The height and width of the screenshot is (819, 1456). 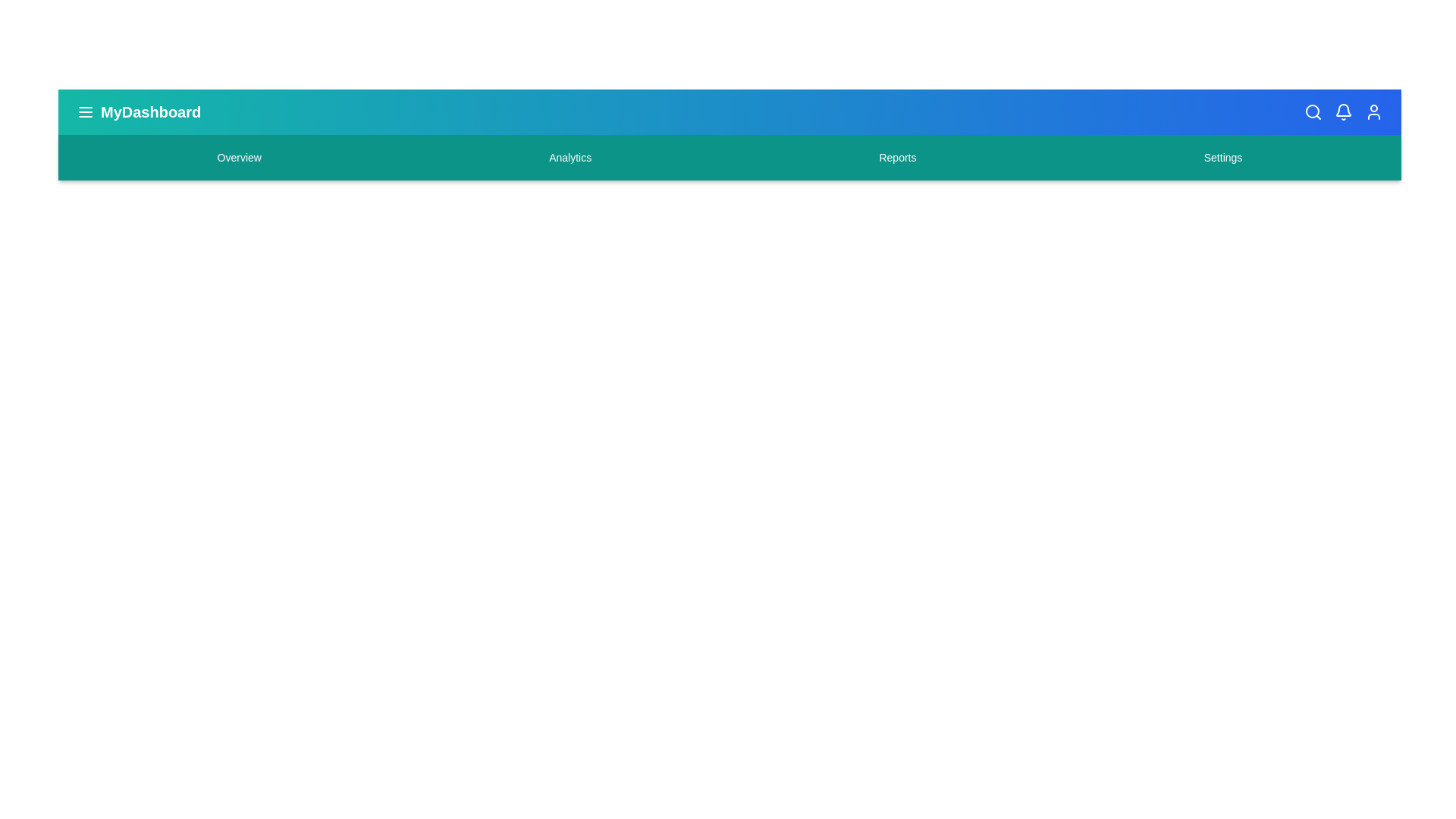 What do you see at coordinates (85, 111) in the screenshot?
I see `the toggle button to toggle the menu visibility` at bounding box center [85, 111].